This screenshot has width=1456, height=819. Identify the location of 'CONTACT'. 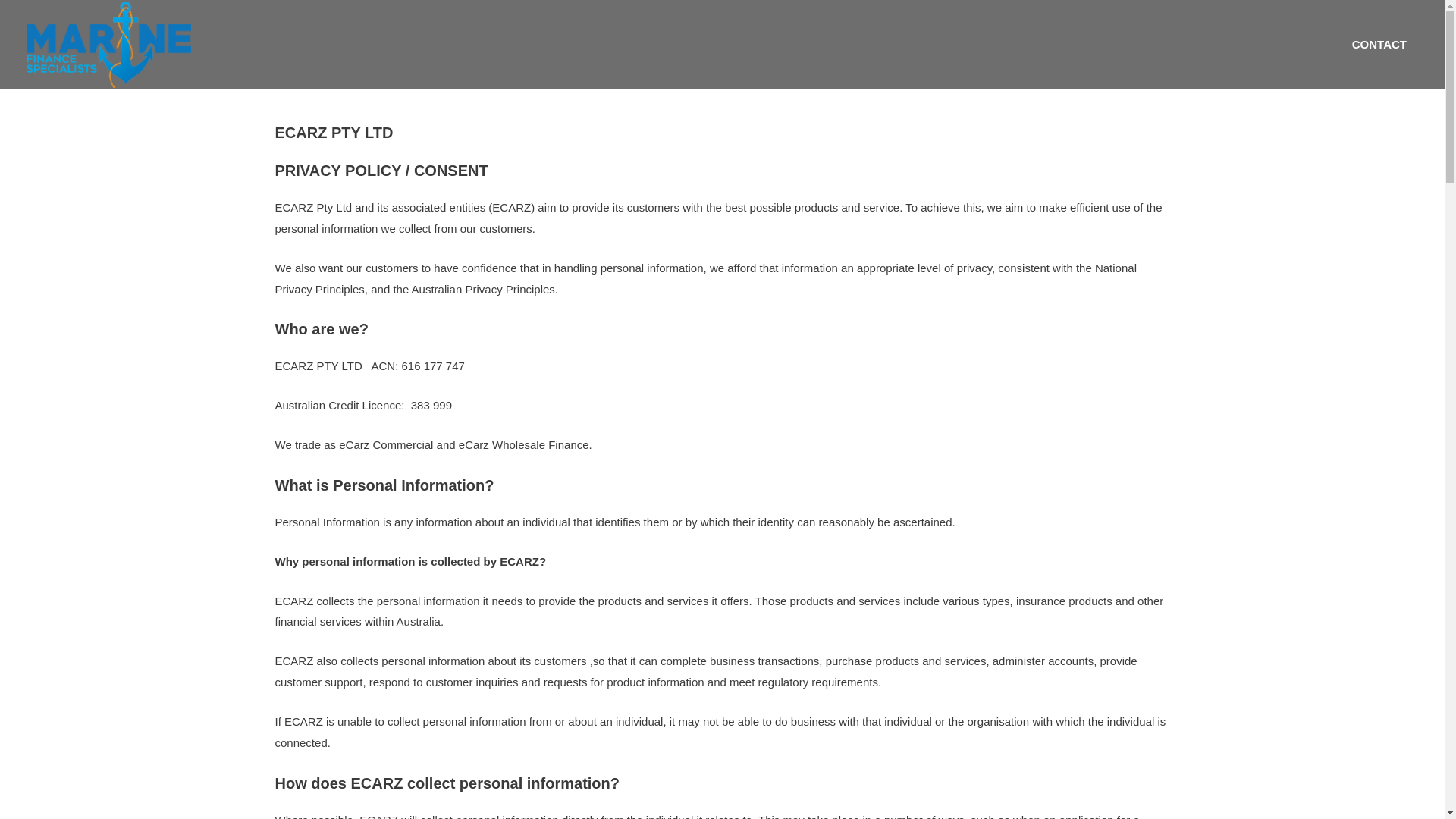
(1340, 43).